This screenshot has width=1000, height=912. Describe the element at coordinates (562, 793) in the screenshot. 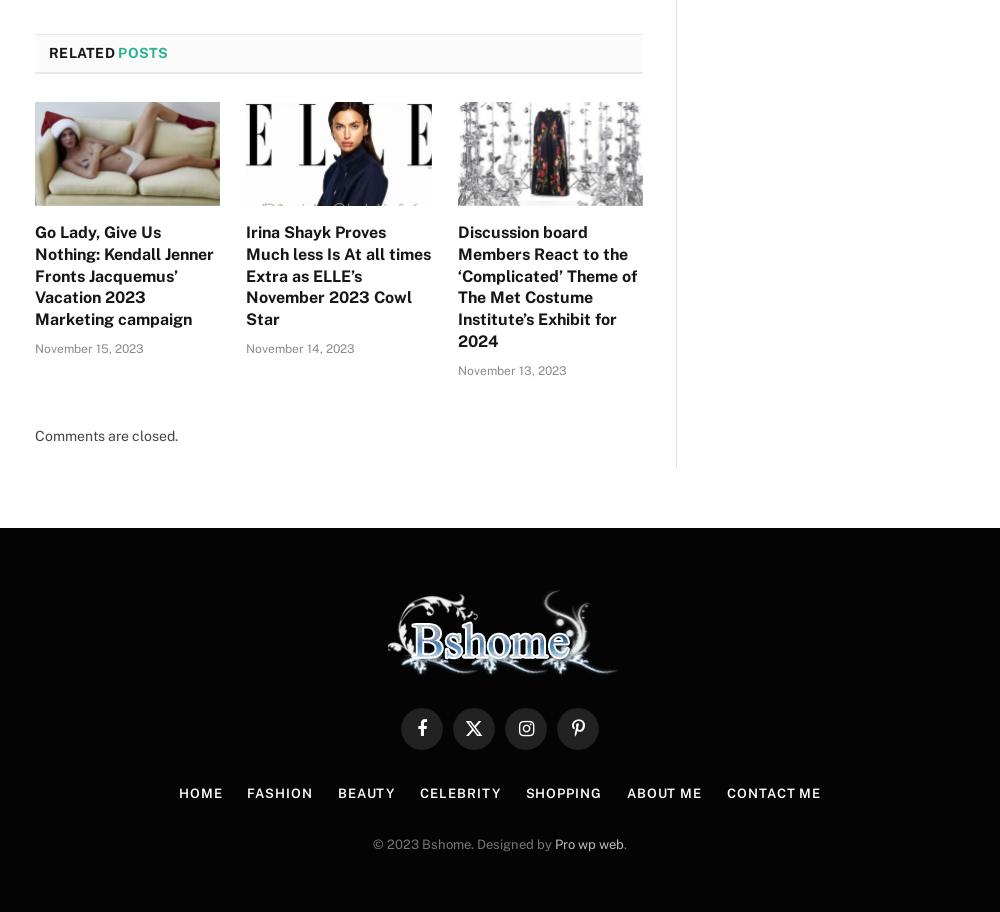

I see `'Shopping'` at that location.